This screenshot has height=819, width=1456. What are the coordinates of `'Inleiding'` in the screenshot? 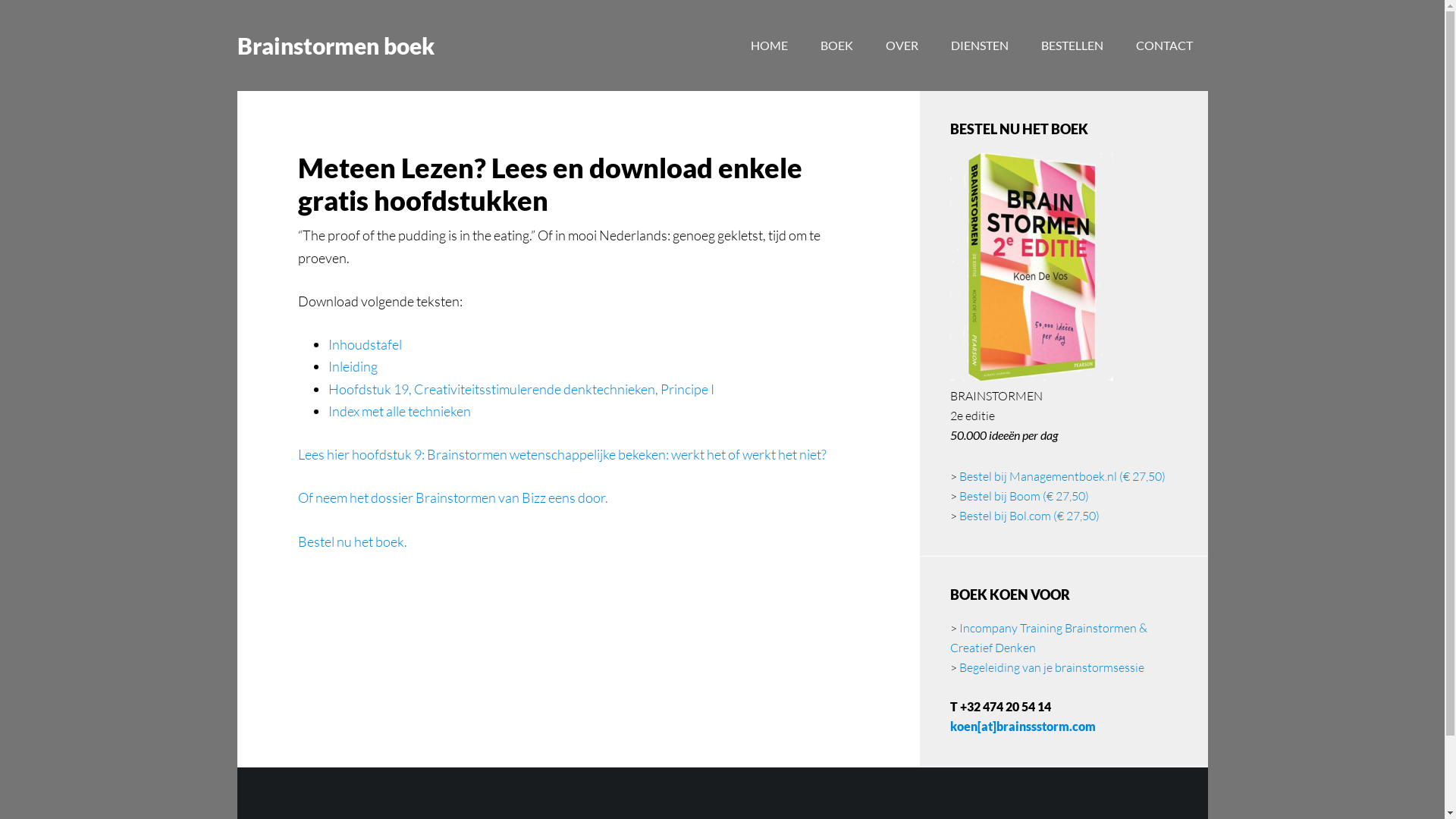 It's located at (351, 366).